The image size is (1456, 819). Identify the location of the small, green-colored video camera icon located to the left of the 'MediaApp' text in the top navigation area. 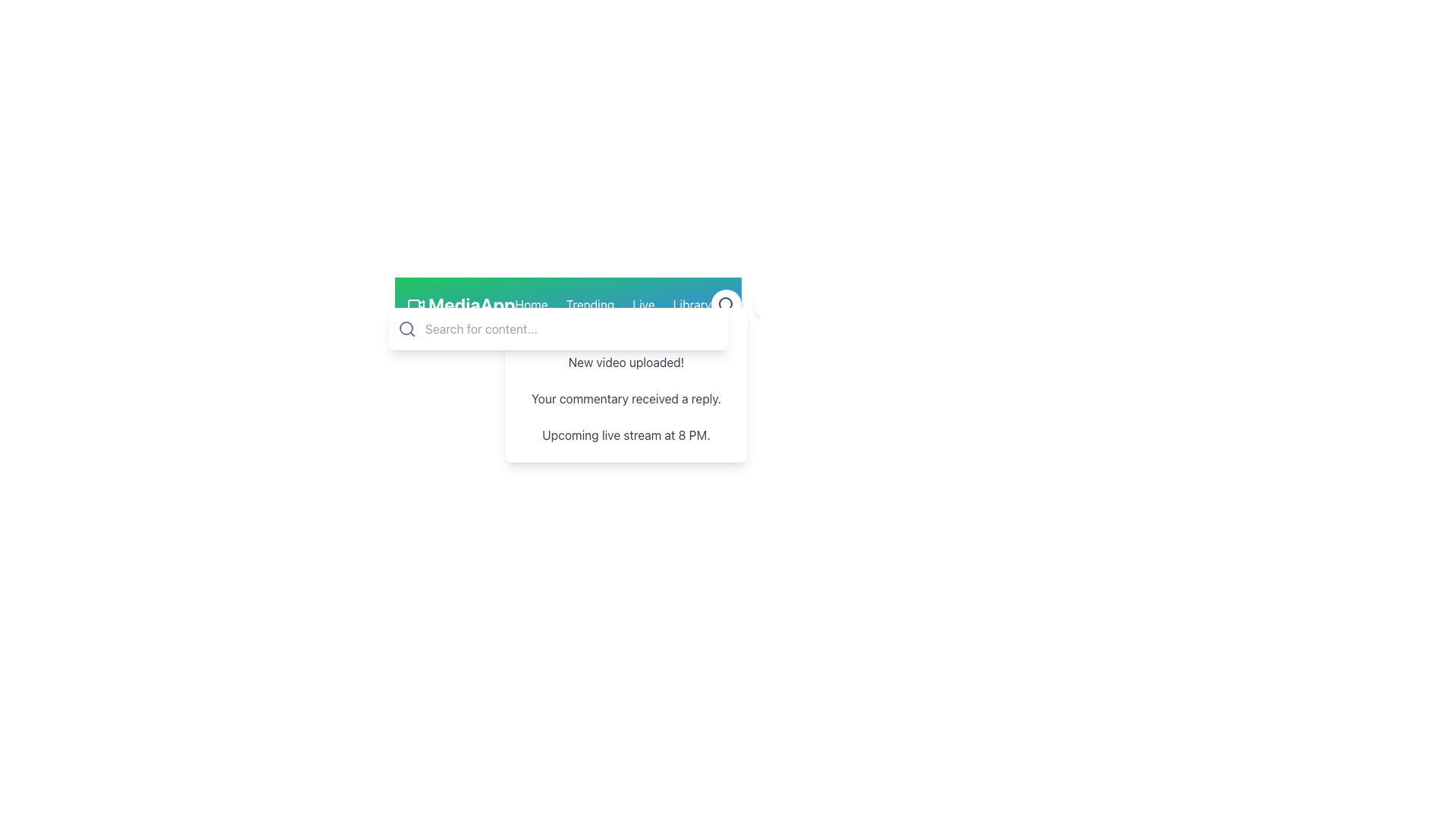
(416, 304).